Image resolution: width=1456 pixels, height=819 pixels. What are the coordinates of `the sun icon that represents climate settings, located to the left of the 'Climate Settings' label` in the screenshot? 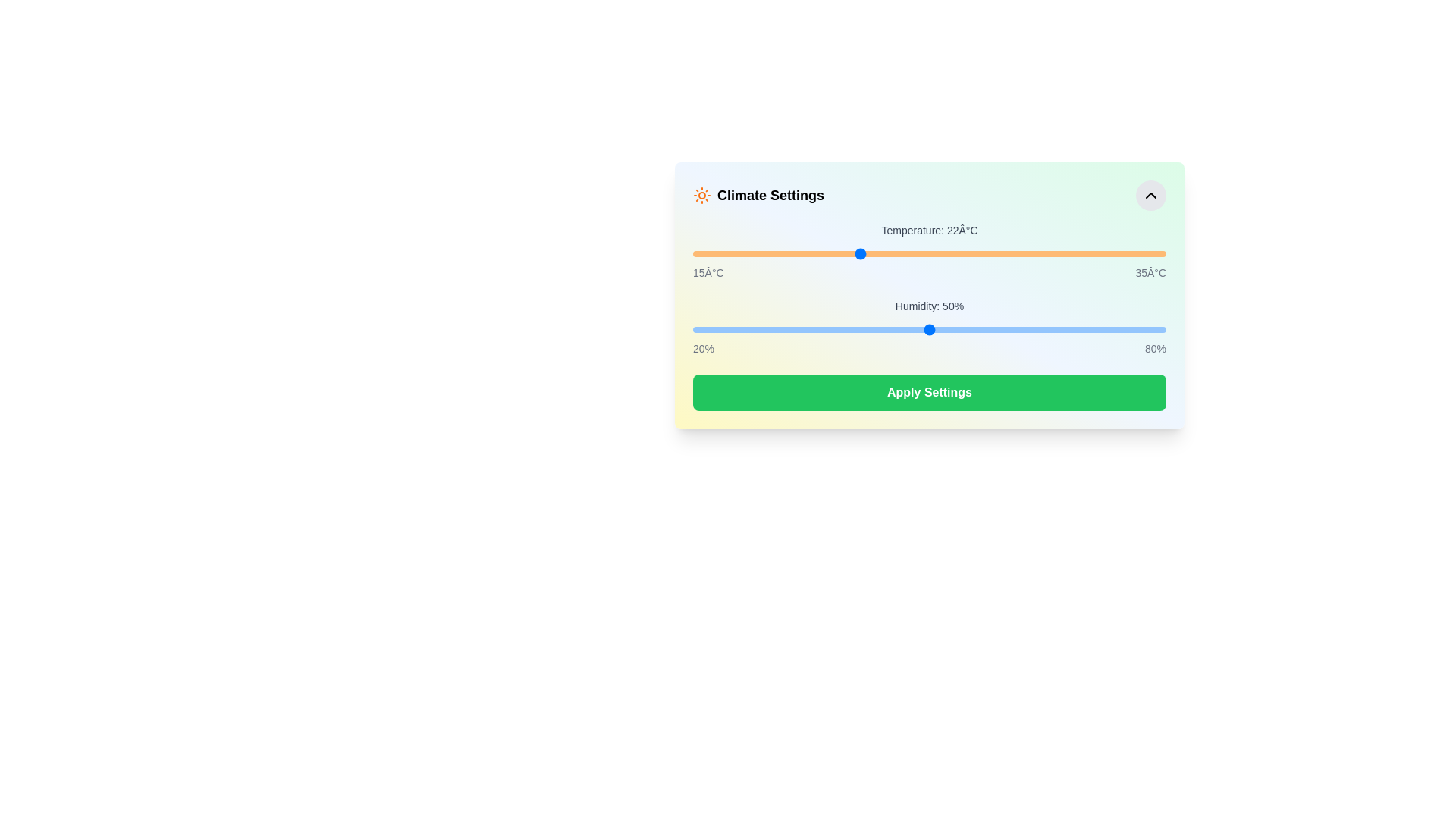 It's located at (701, 195).